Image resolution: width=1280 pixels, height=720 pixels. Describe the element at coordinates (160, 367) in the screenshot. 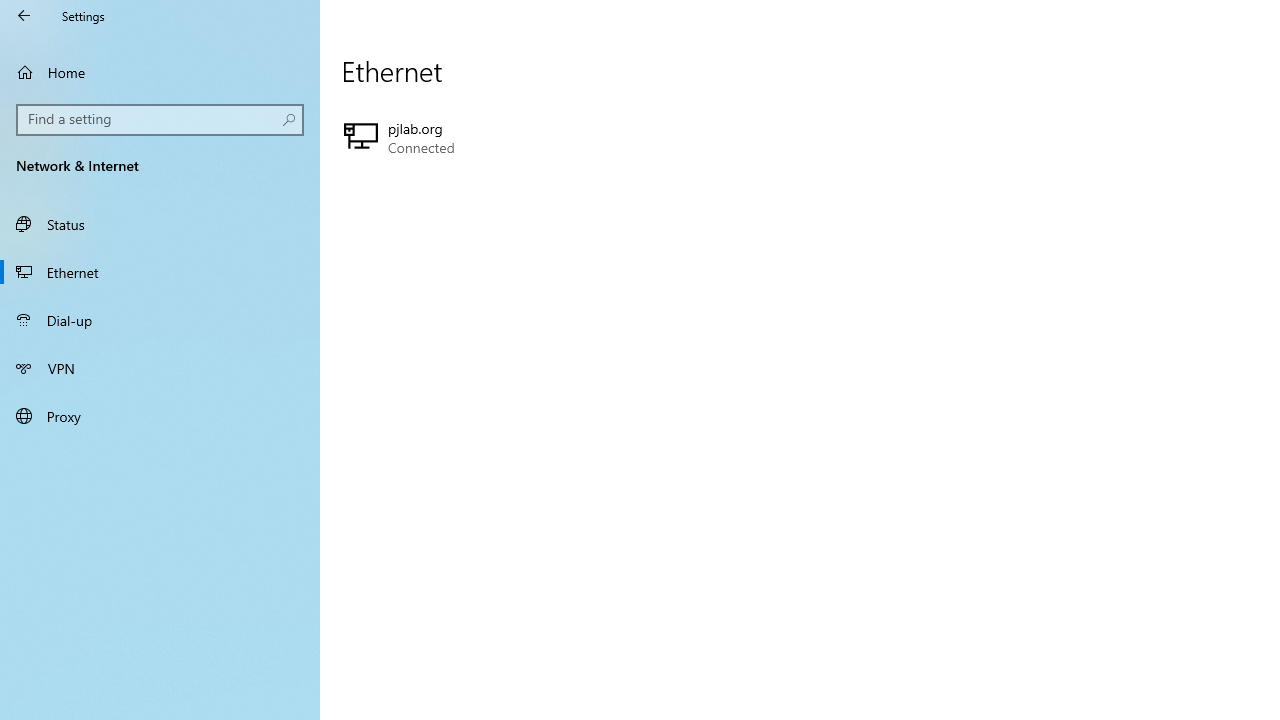

I see `'VPN'` at that location.